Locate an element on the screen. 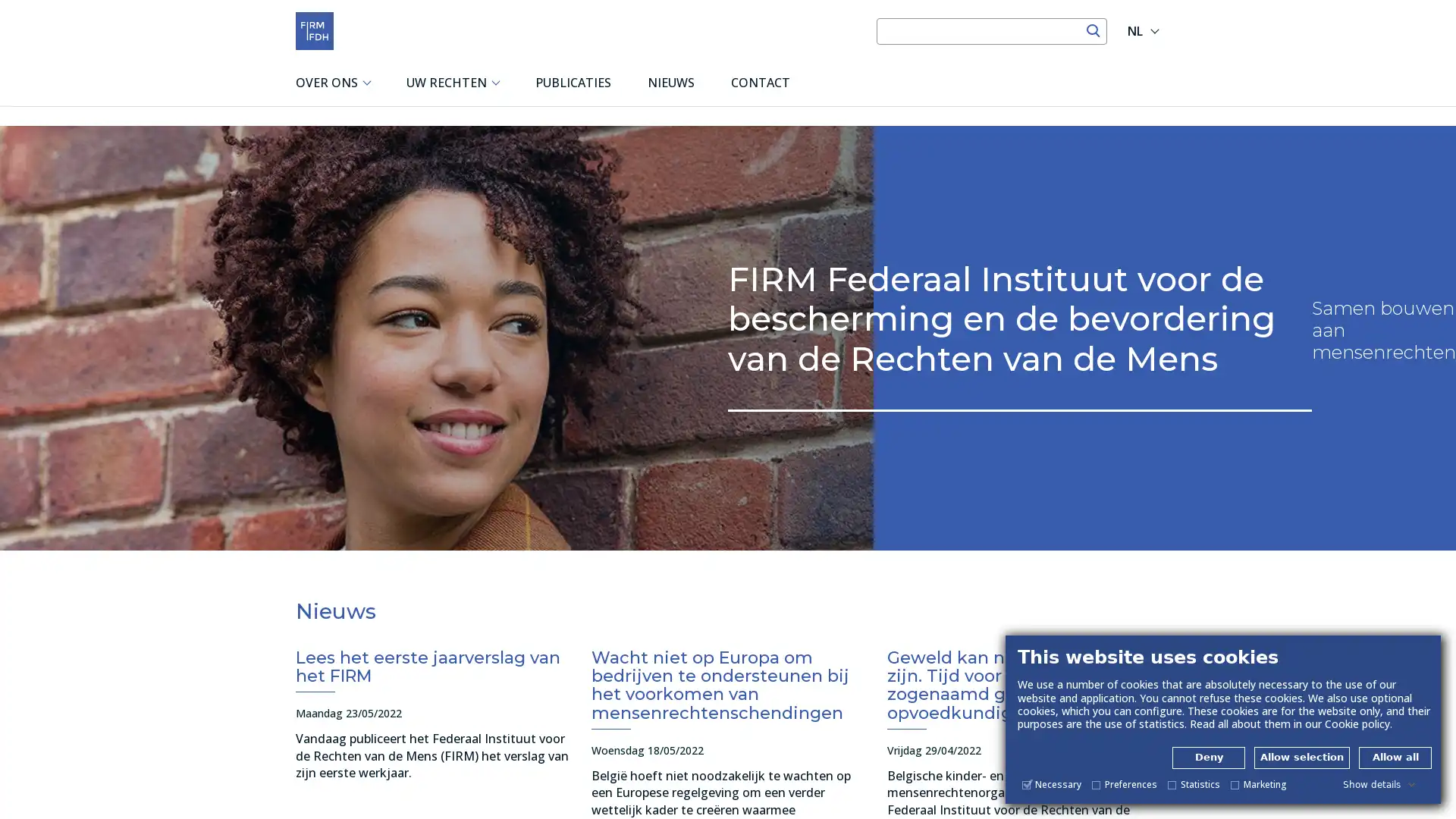 The height and width of the screenshot is (819, 1456). Zoeken is located at coordinates (1094, 30).